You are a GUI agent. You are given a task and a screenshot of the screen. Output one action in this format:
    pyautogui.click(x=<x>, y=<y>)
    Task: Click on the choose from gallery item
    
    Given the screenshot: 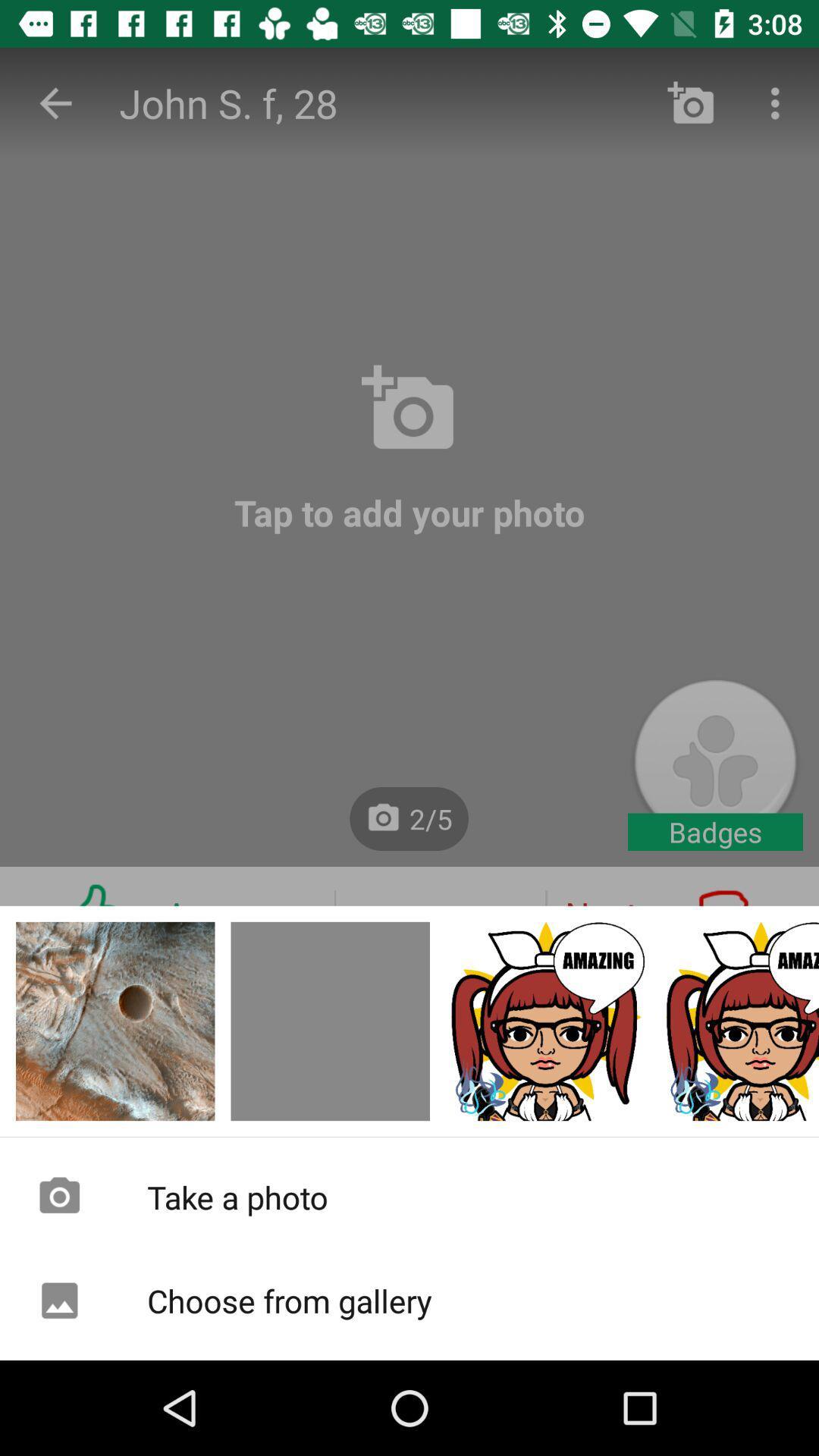 What is the action you would take?
    pyautogui.click(x=409, y=1300)
    